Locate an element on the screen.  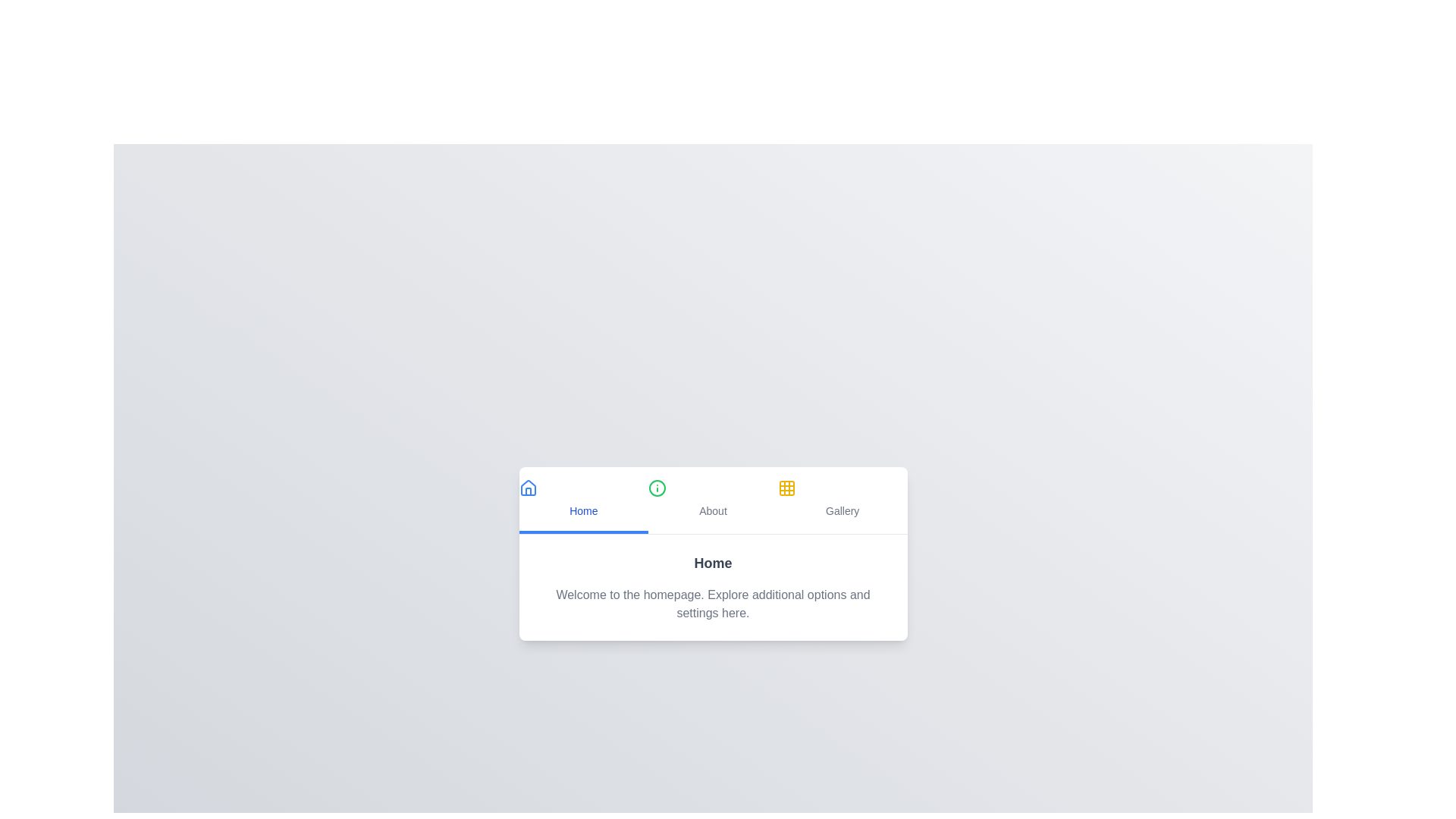
the tab identified by About is located at coordinates (712, 500).